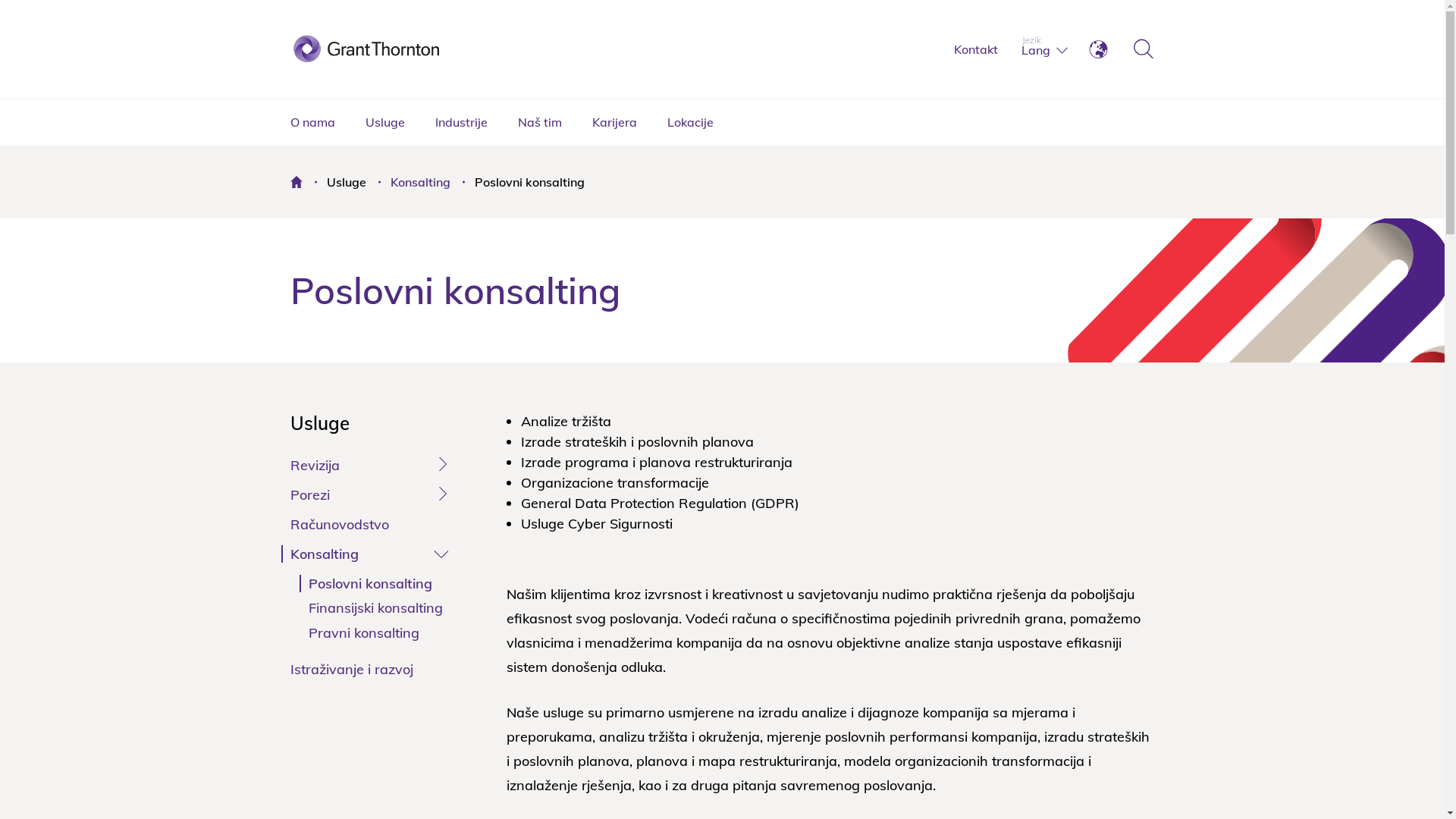  What do you see at coordinates (411, 42) in the screenshot?
I see `'Grant Thornton'` at bounding box center [411, 42].